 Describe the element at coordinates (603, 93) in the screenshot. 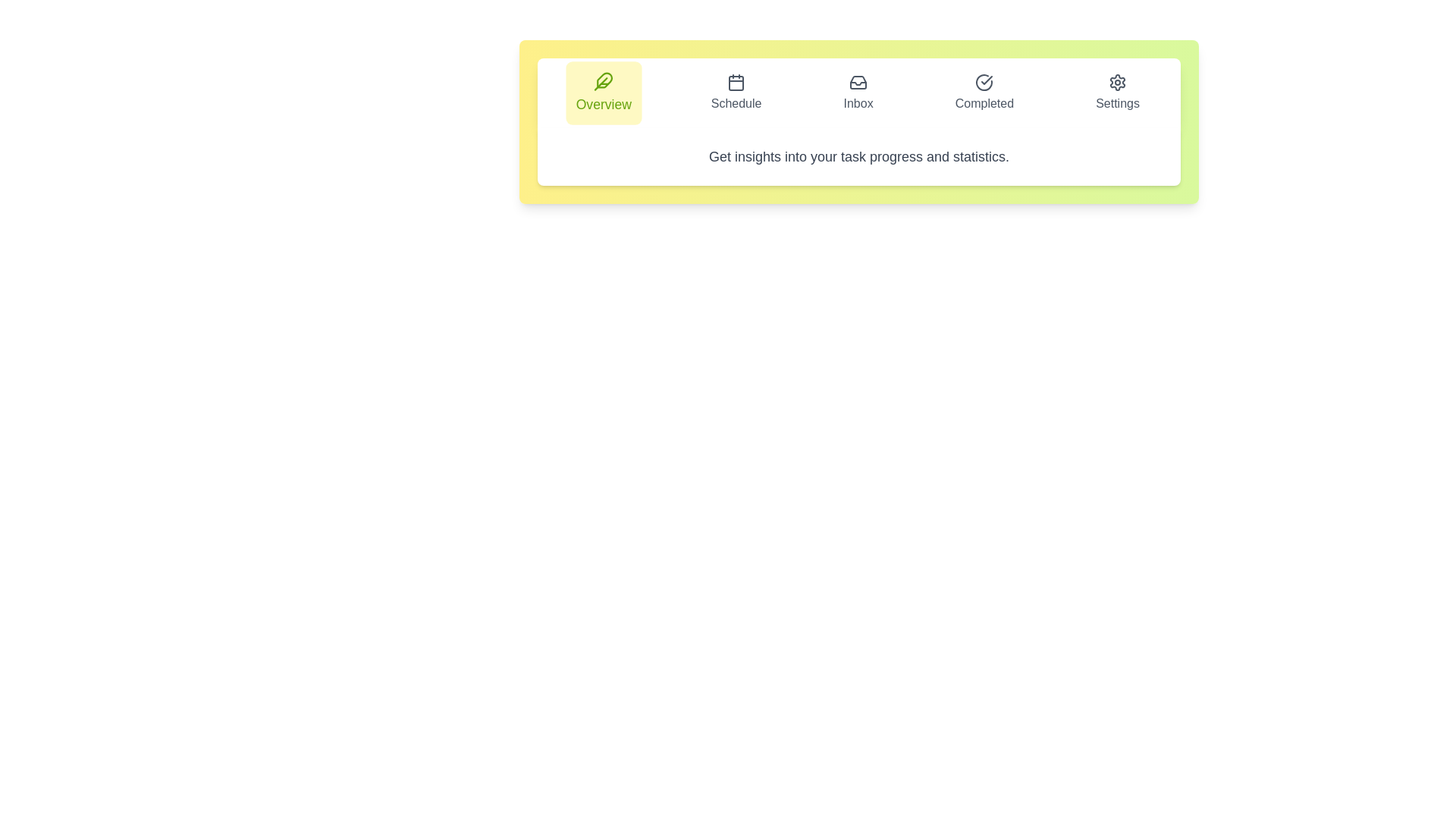

I see `the Overview tab to inspect its layout and design` at that location.